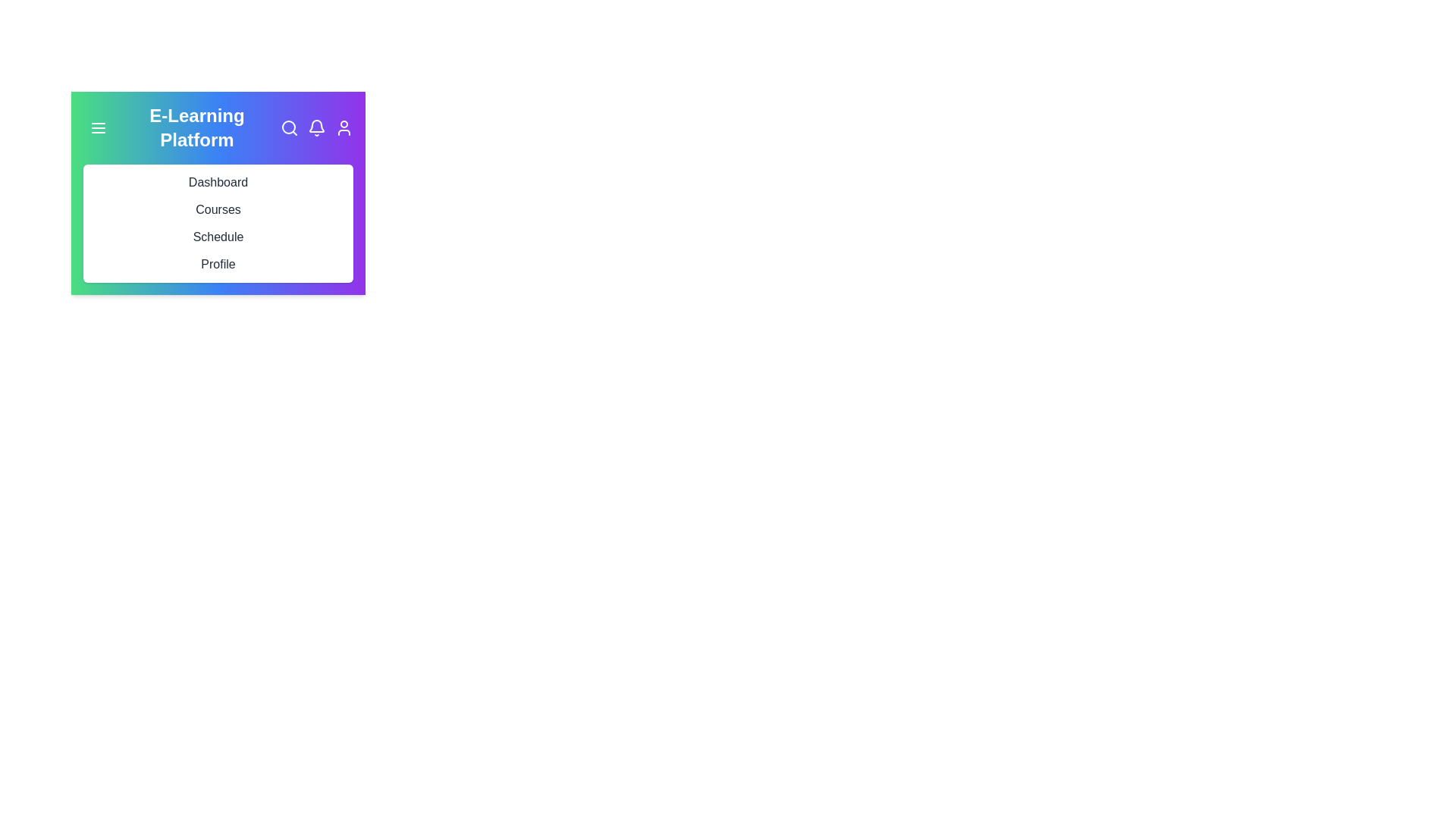 The image size is (1456, 819). Describe the element at coordinates (344, 127) in the screenshot. I see `the user icon to access the user profile` at that location.